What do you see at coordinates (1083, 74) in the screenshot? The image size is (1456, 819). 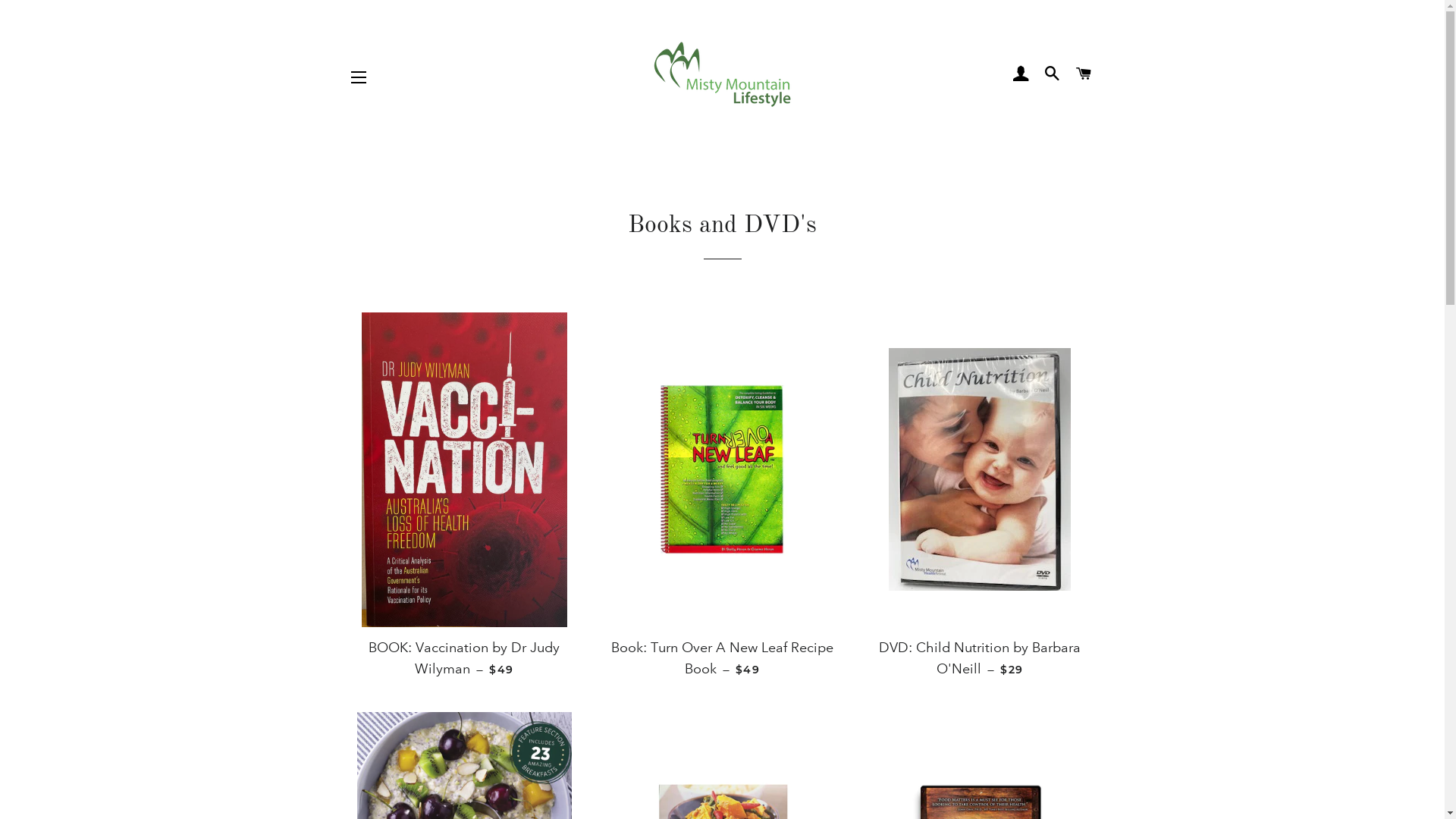 I see `'CART'` at bounding box center [1083, 74].